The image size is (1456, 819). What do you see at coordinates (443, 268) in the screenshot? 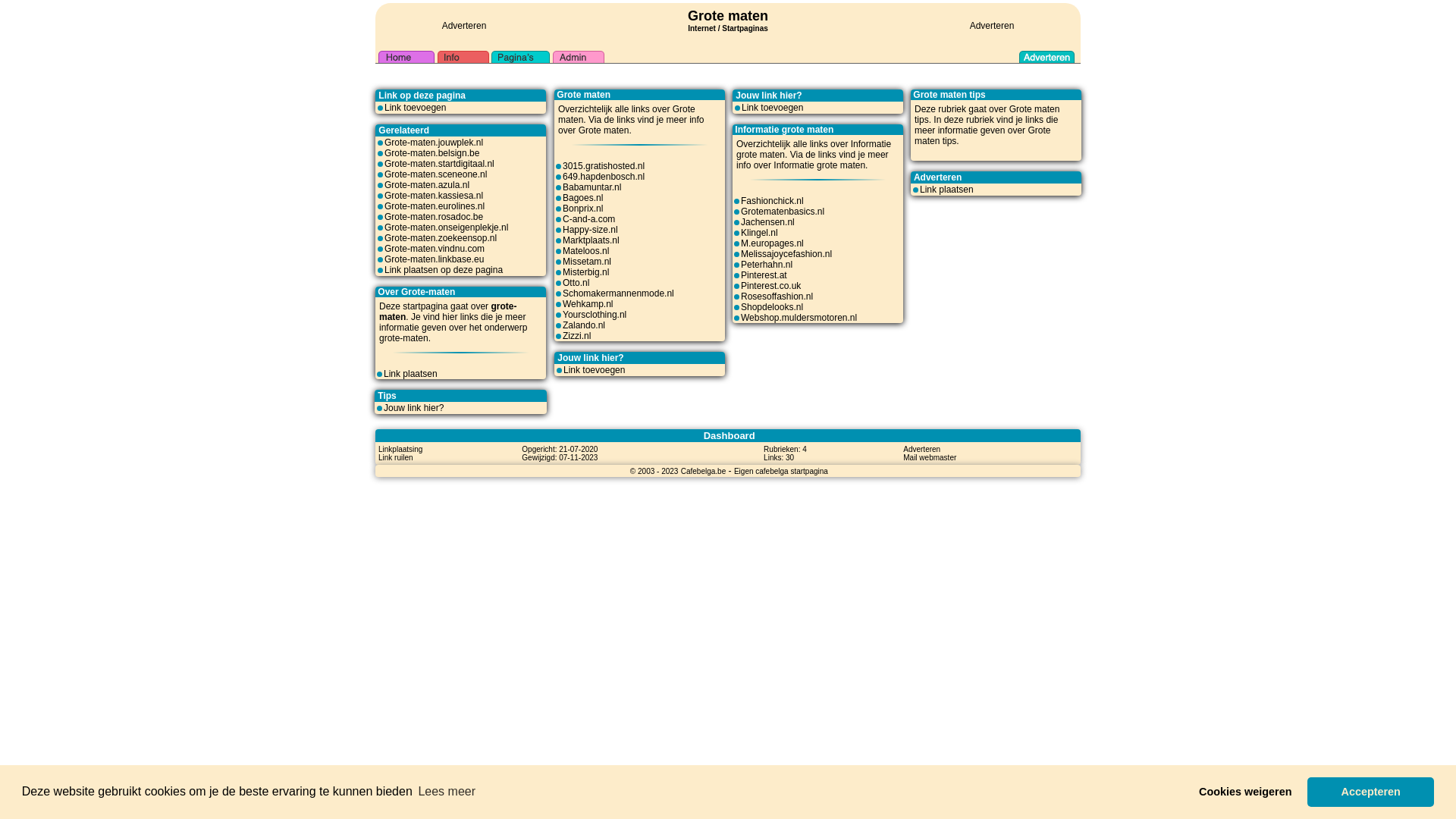
I see `'Link plaatsen op deze pagina'` at bounding box center [443, 268].